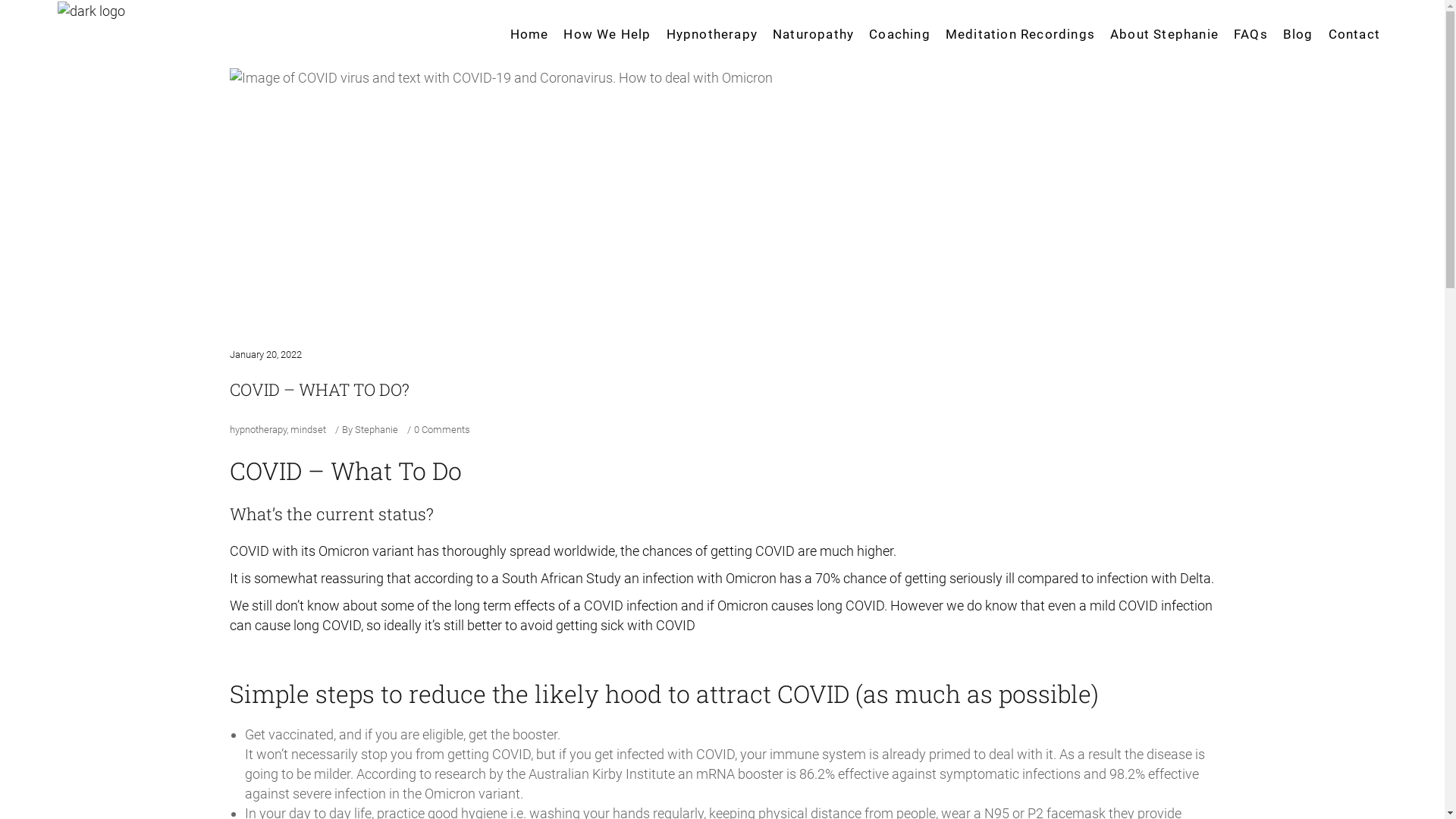 The width and height of the screenshot is (1456, 819). What do you see at coordinates (812, 34) in the screenshot?
I see `'Naturopathy'` at bounding box center [812, 34].